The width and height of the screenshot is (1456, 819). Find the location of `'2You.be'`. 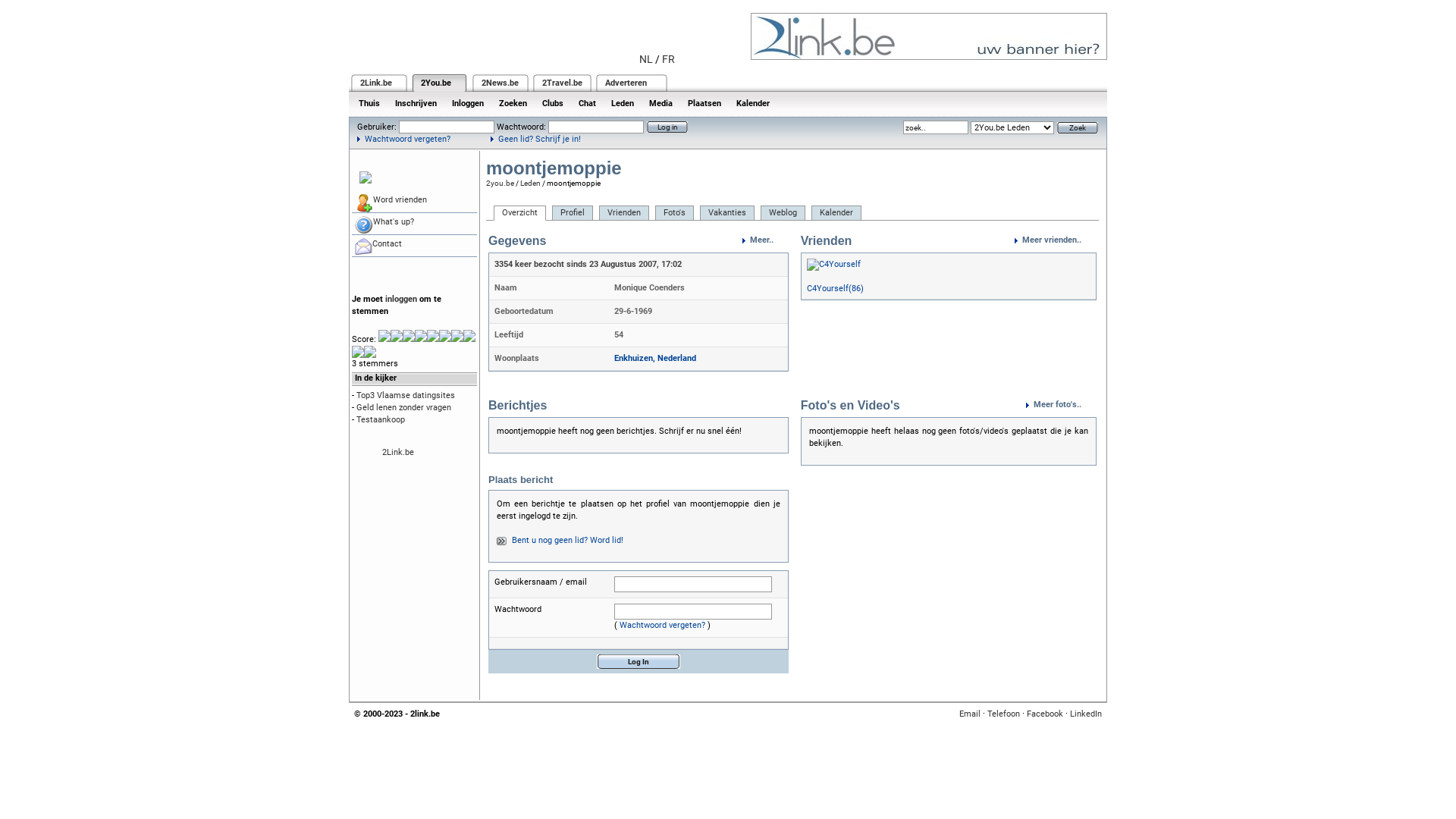

'2You.be' is located at coordinates (435, 83).